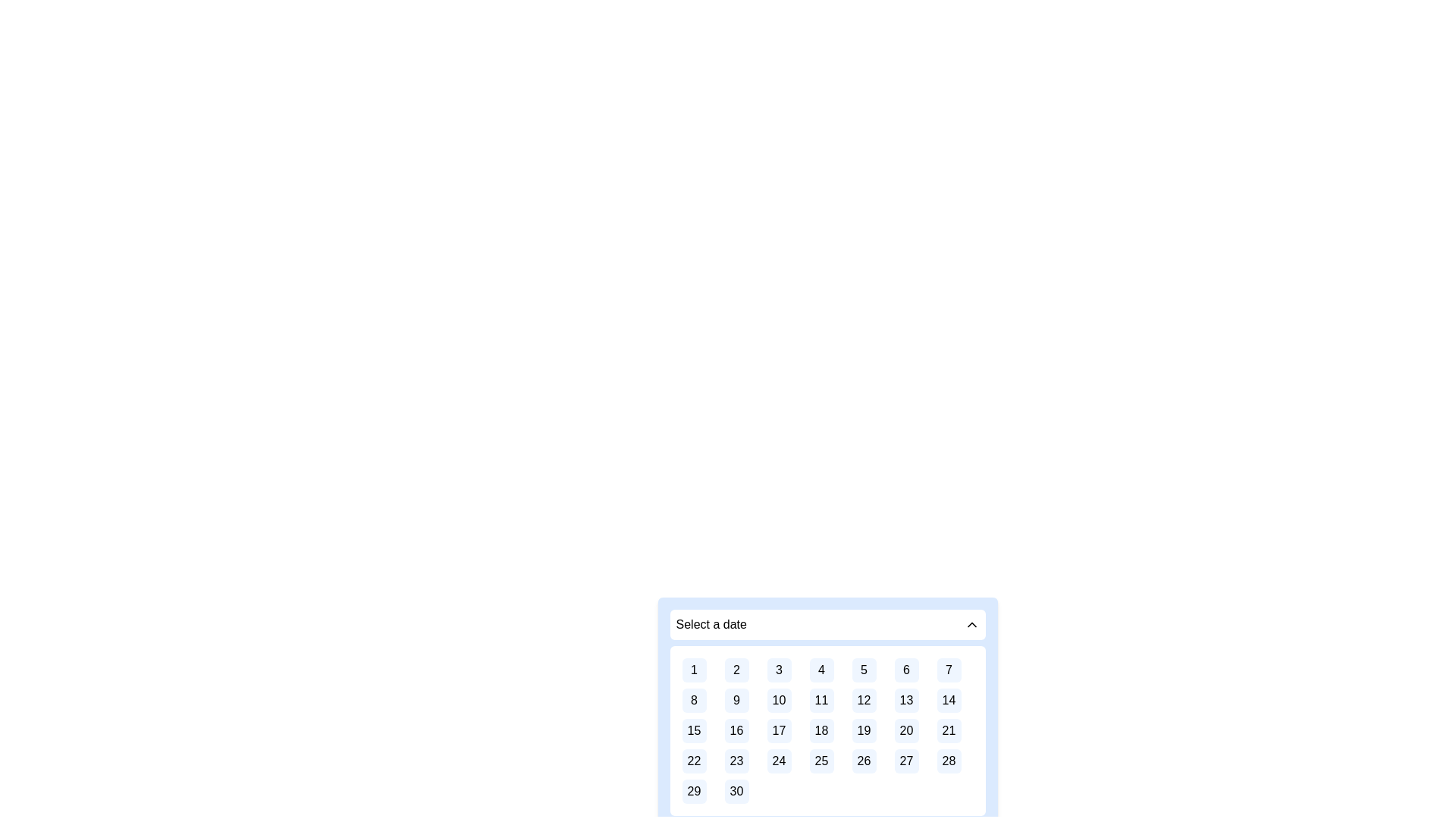 This screenshot has height=819, width=1456. What do you see at coordinates (779, 669) in the screenshot?
I see `the small, square button with rounded corners that displays the number '3' in bold, black font` at bounding box center [779, 669].